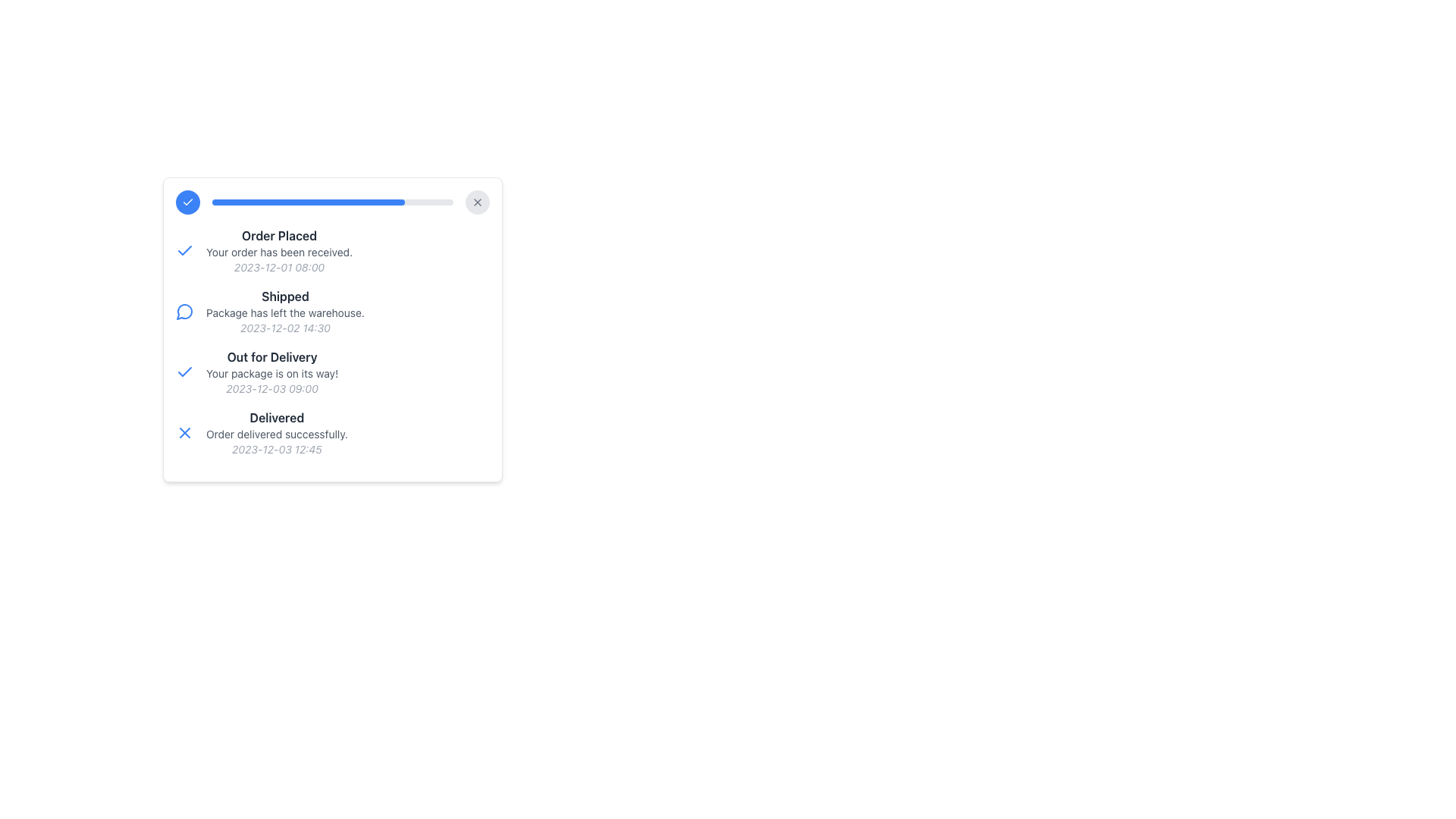 This screenshot has width=1456, height=819. I want to click on the Status Indicator element displaying 'Out for Delivery' with the message 'Your package is on its way!' and timestamp '2023-12-03 09:00', so click(331, 372).